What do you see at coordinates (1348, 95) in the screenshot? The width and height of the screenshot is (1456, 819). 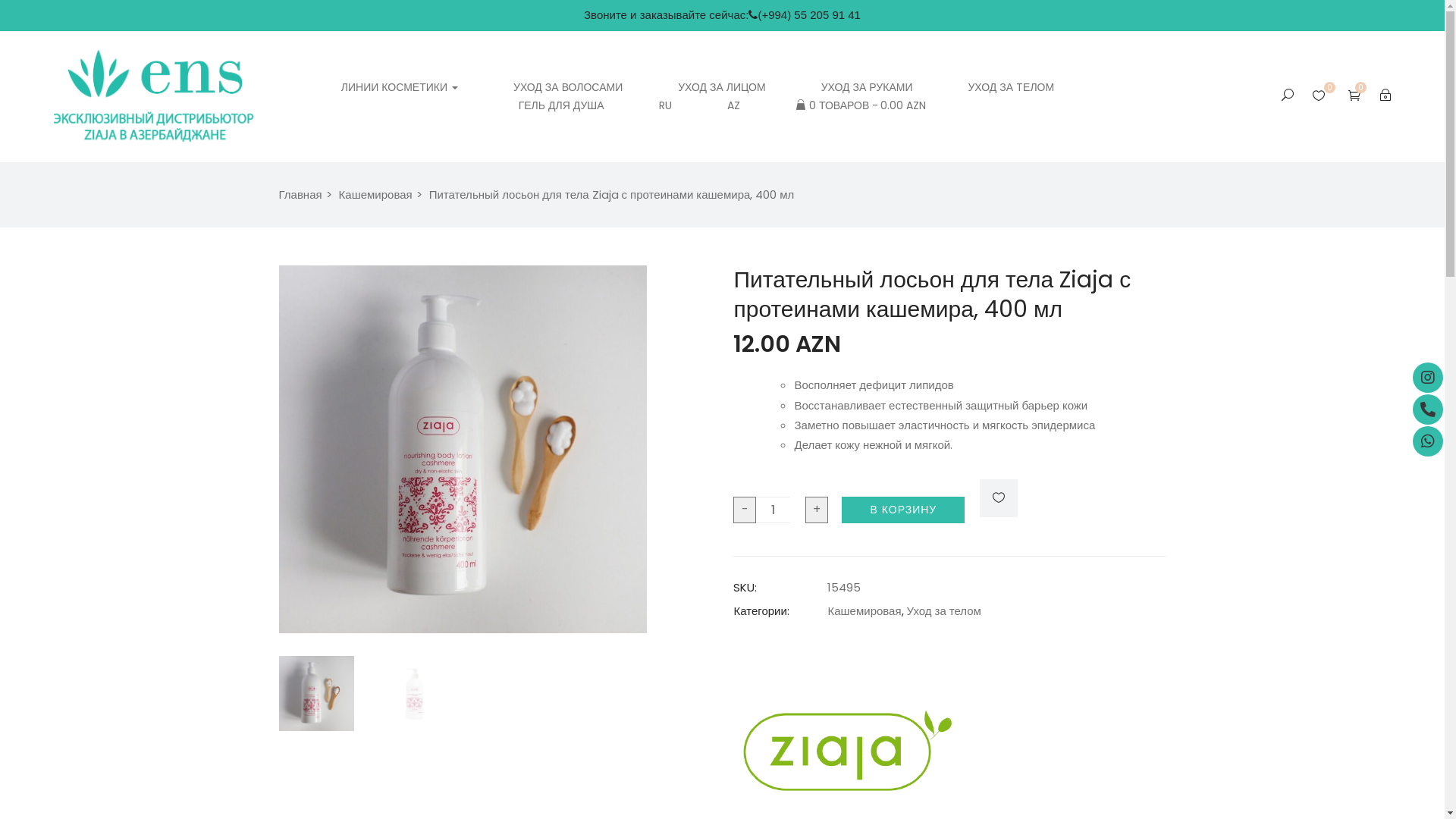 I see `'0'` at bounding box center [1348, 95].